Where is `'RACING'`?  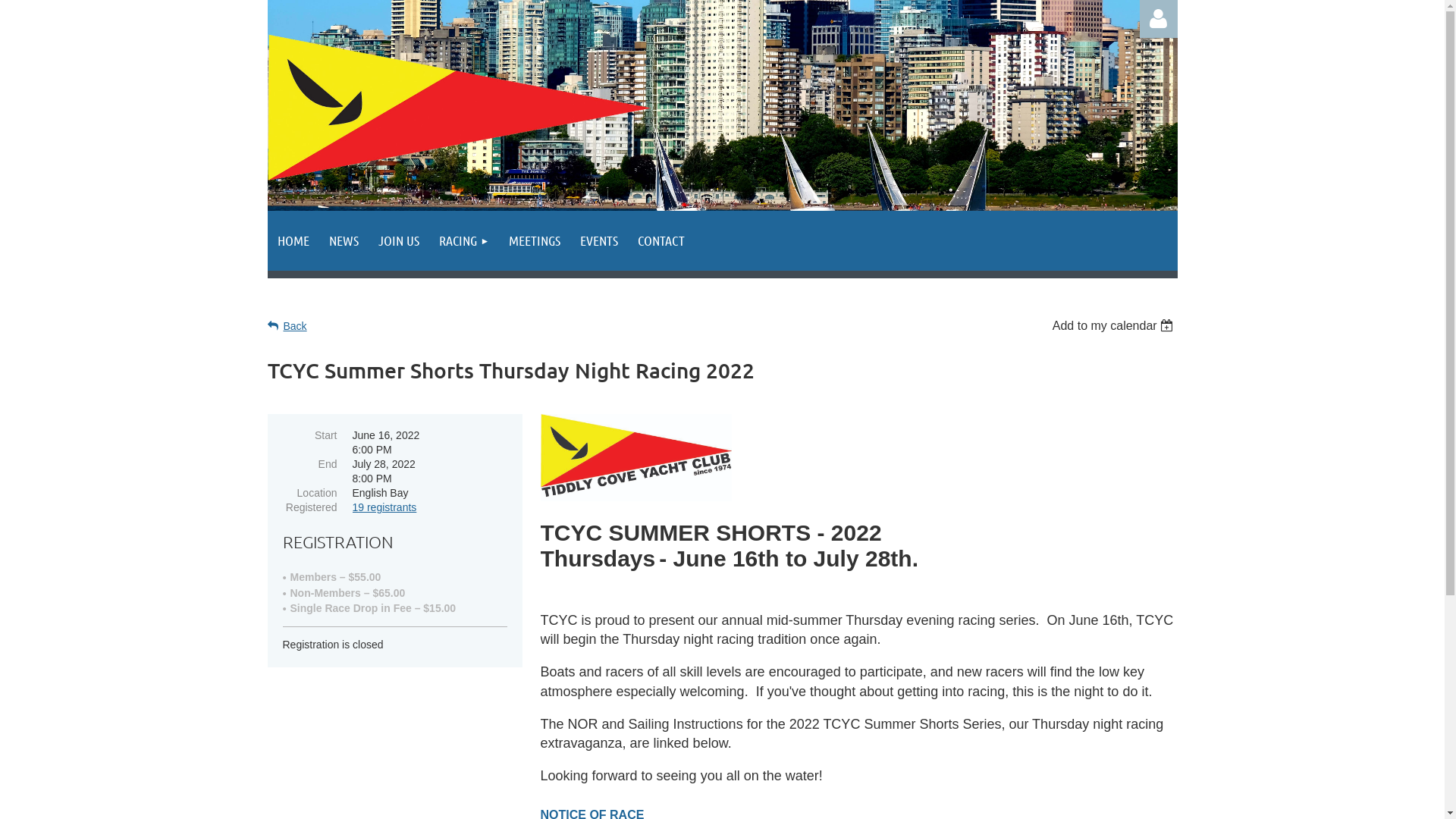 'RACING' is located at coordinates (463, 240).